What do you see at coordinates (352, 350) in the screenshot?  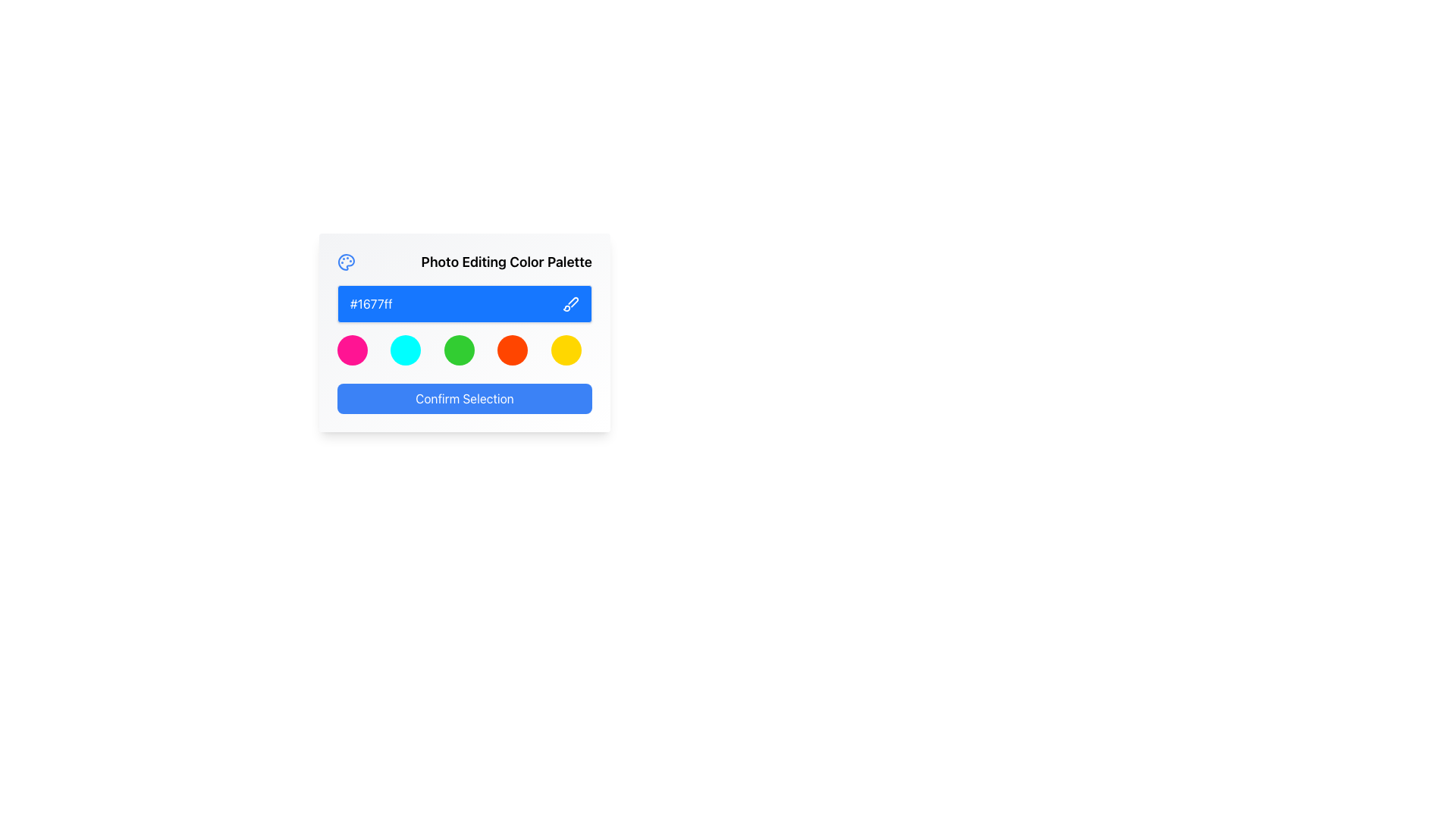 I see `the first circular color button in the row` at bounding box center [352, 350].